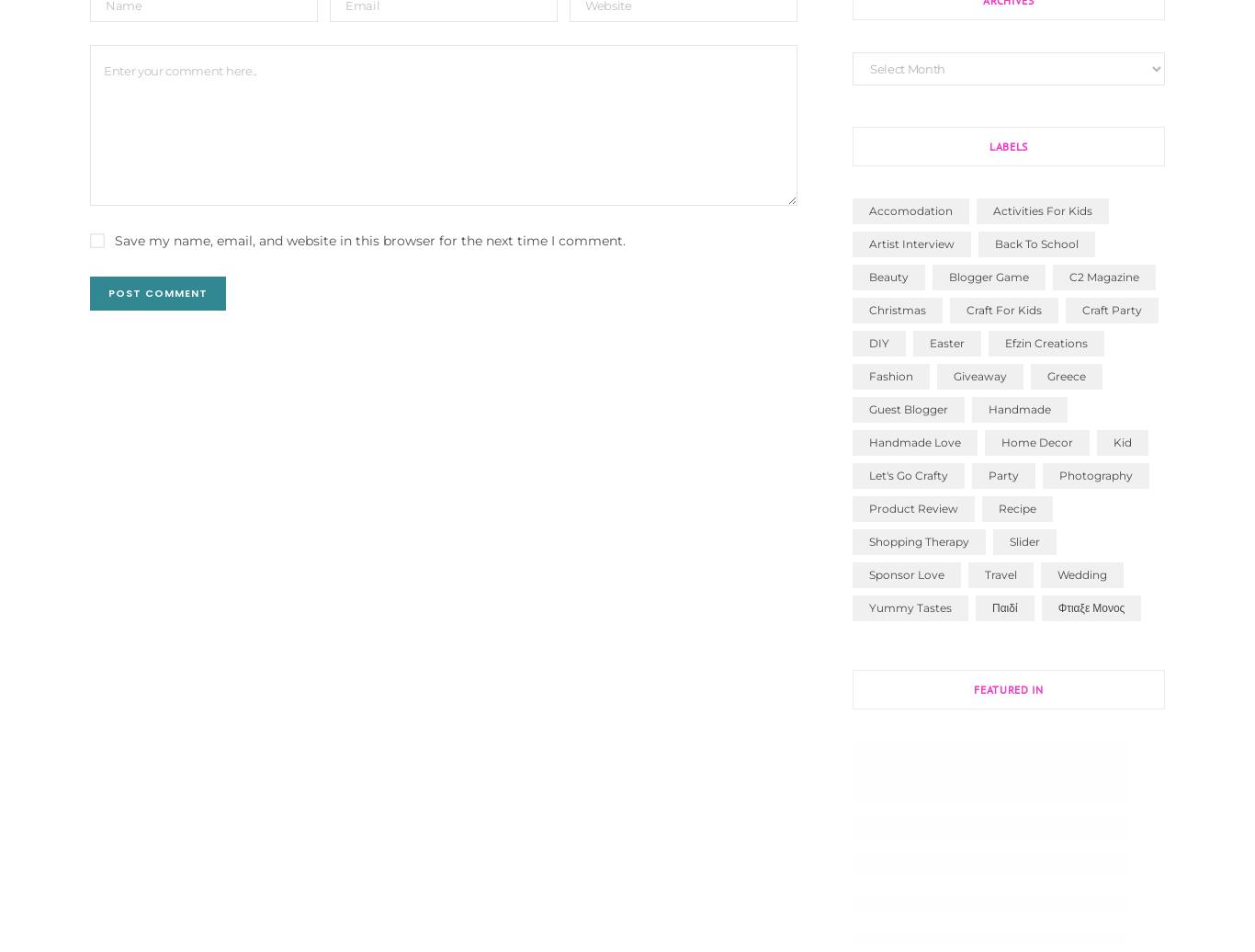 Image resolution: width=1255 pixels, height=952 pixels. What do you see at coordinates (1068, 276) in the screenshot?
I see `'C2 Magazine'` at bounding box center [1068, 276].